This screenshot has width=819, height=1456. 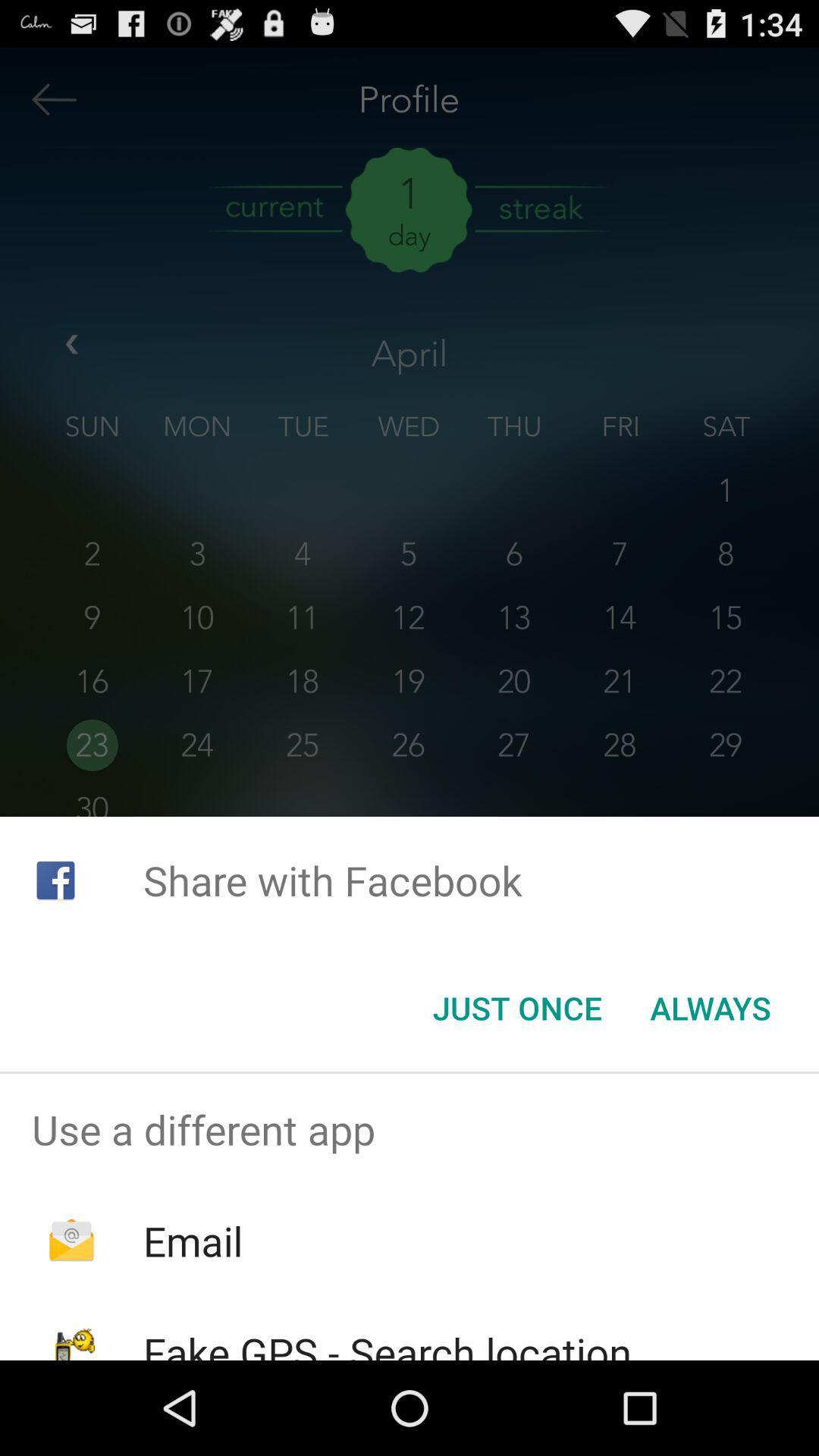 What do you see at coordinates (516, 1008) in the screenshot?
I see `the item below the share with facebook icon` at bounding box center [516, 1008].